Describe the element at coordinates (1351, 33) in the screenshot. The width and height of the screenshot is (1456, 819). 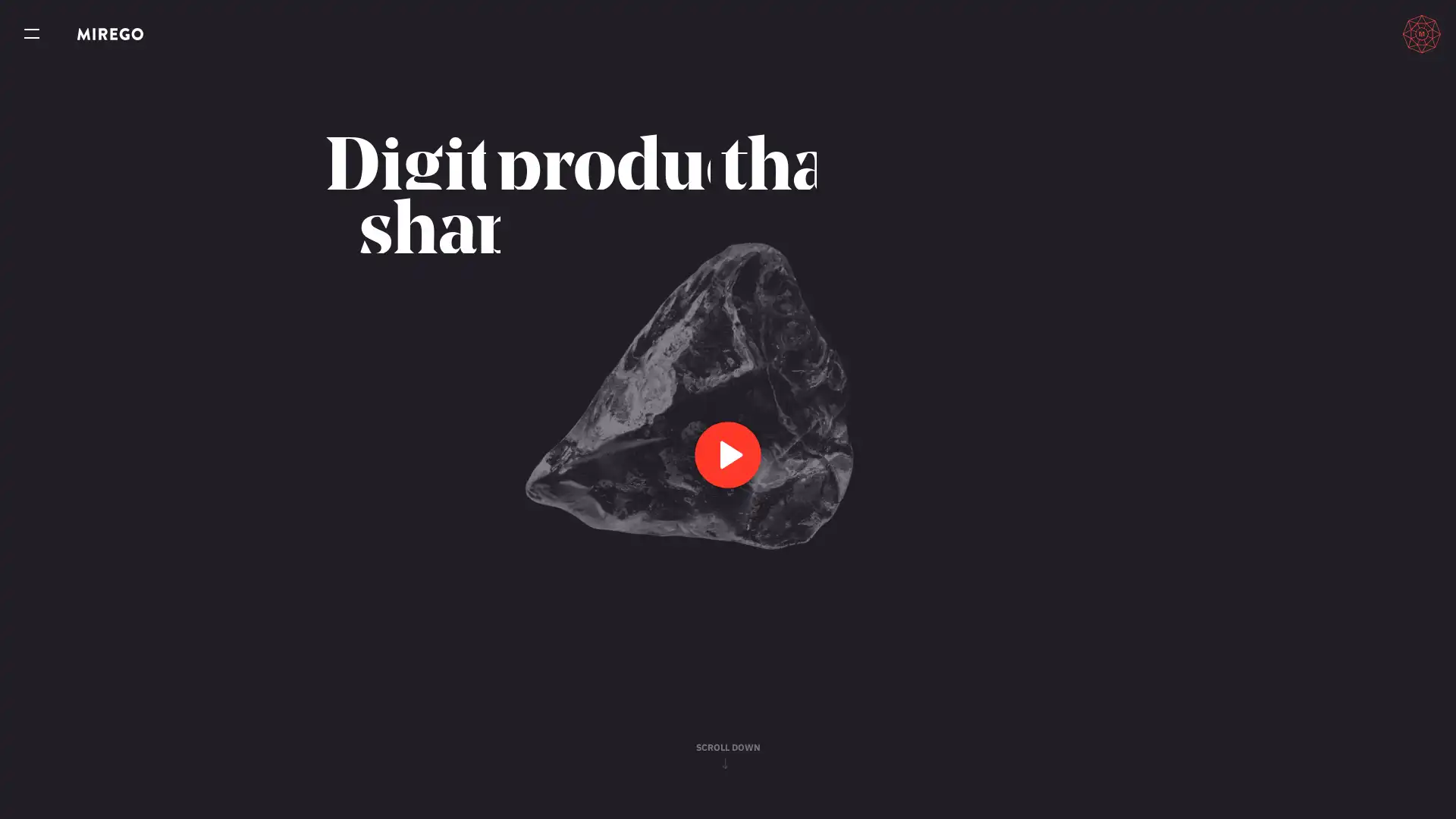
I see `Passer a la version francaise` at that location.